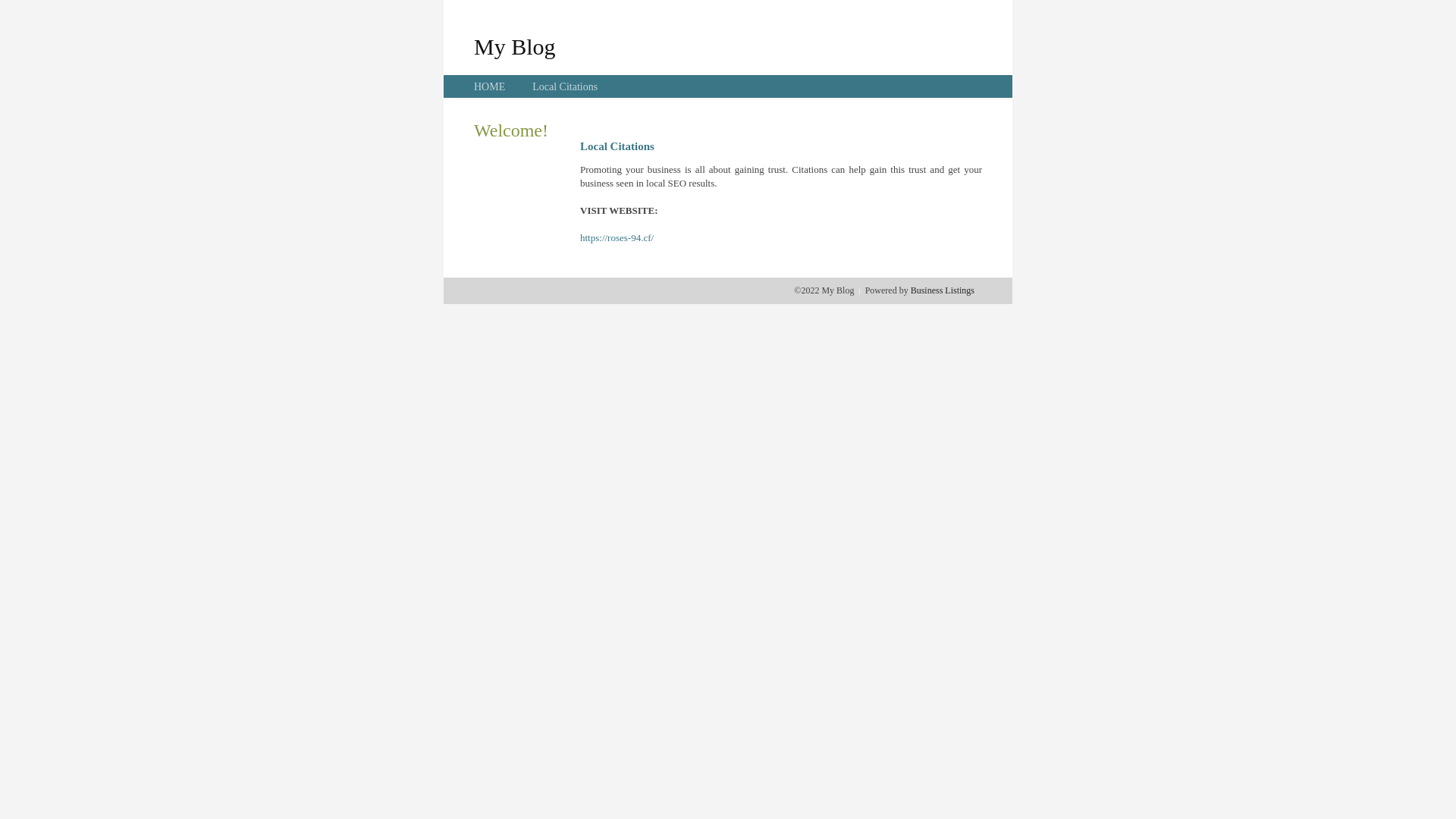 This screenshot has width=1456, height=819. What do you see at coordinates (489, 86) in the screenshot?
I see `'HOME'` at bounding box center [489, 86].